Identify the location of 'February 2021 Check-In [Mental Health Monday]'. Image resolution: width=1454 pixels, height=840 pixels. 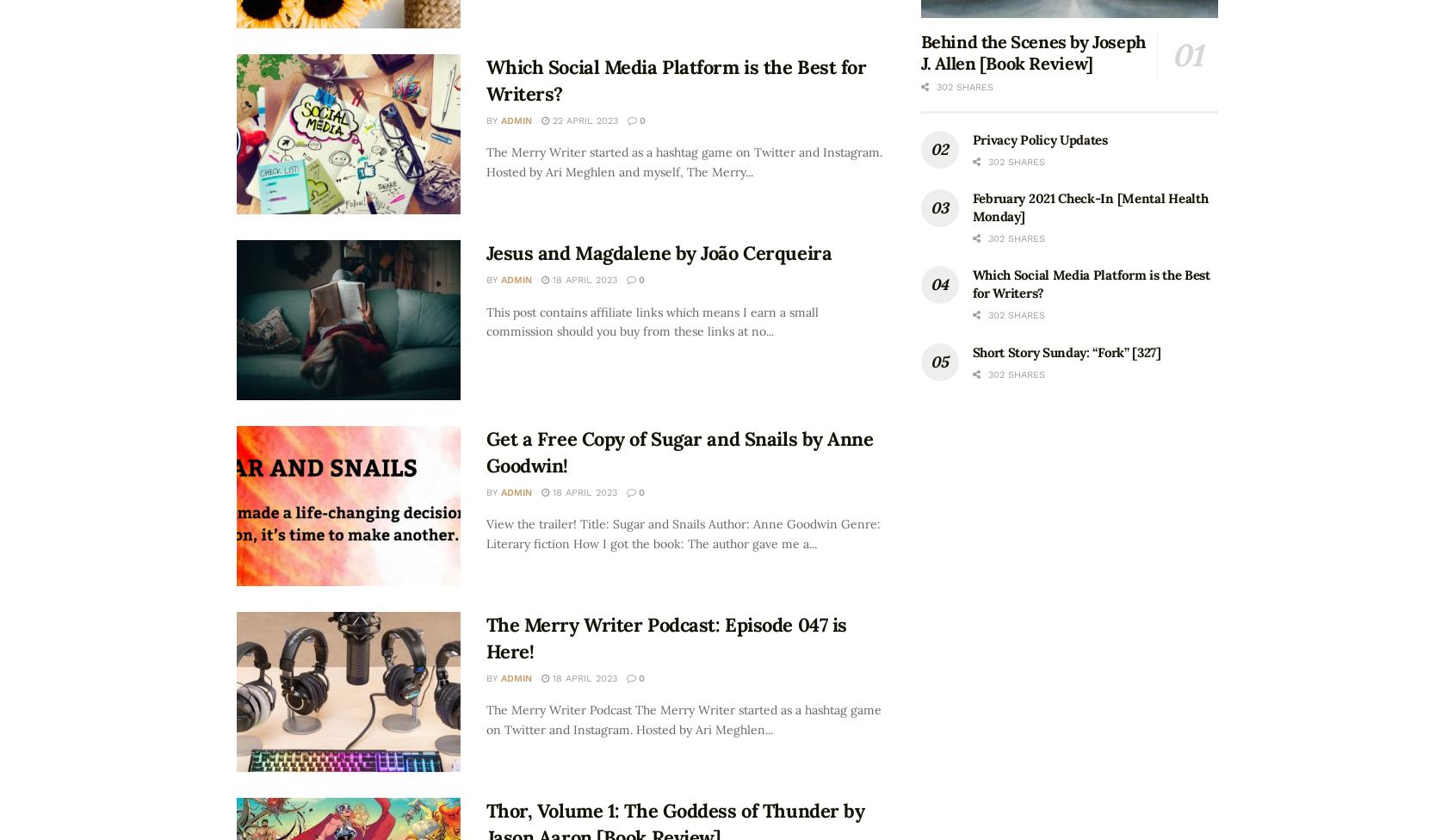
(970, 205).